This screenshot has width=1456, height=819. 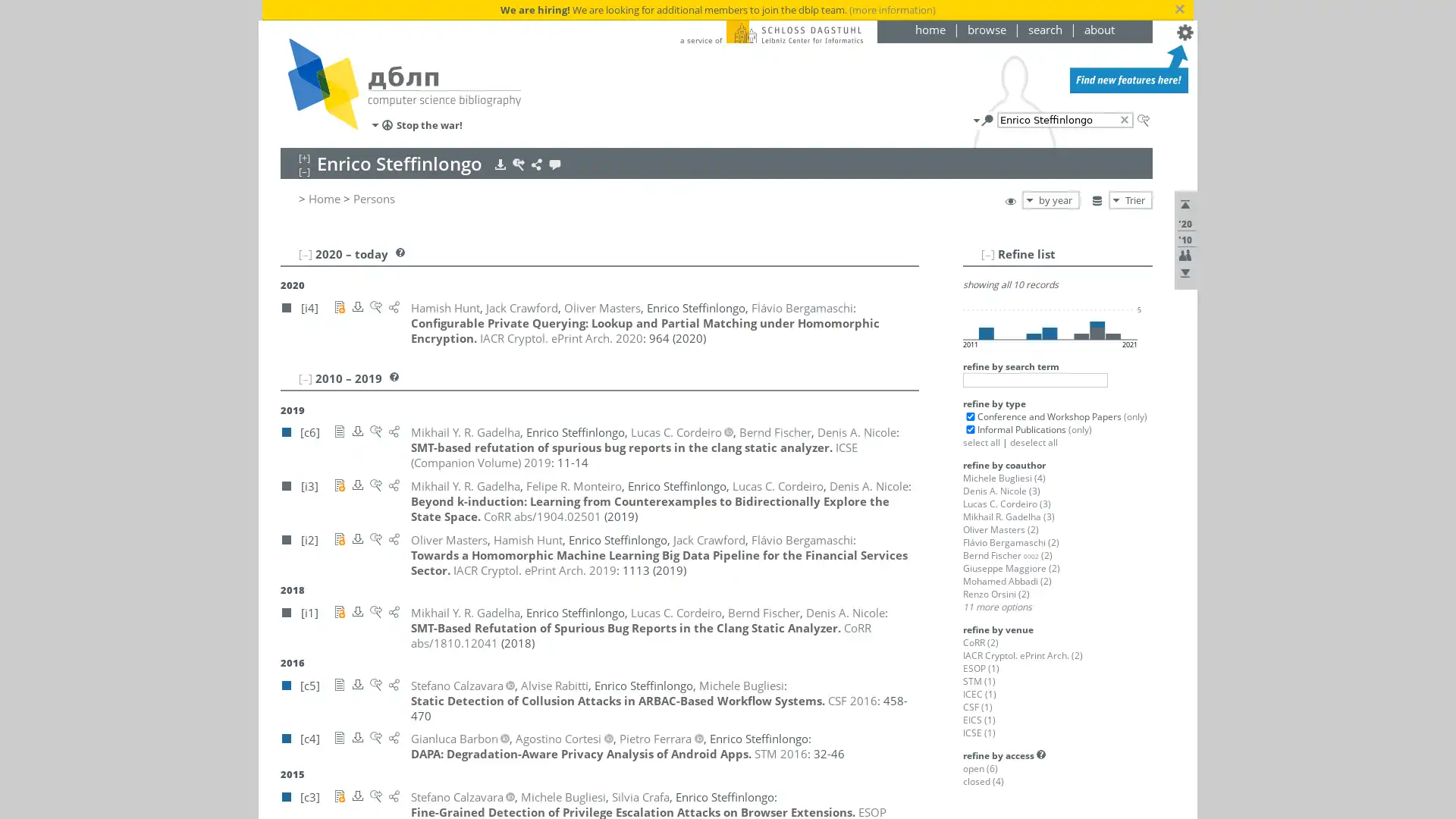 What do you see at coordinates (1007, 504) in the screenshot?
I see `Lucas C. Cordeiro (3)` at bounding box center [1007, 504].